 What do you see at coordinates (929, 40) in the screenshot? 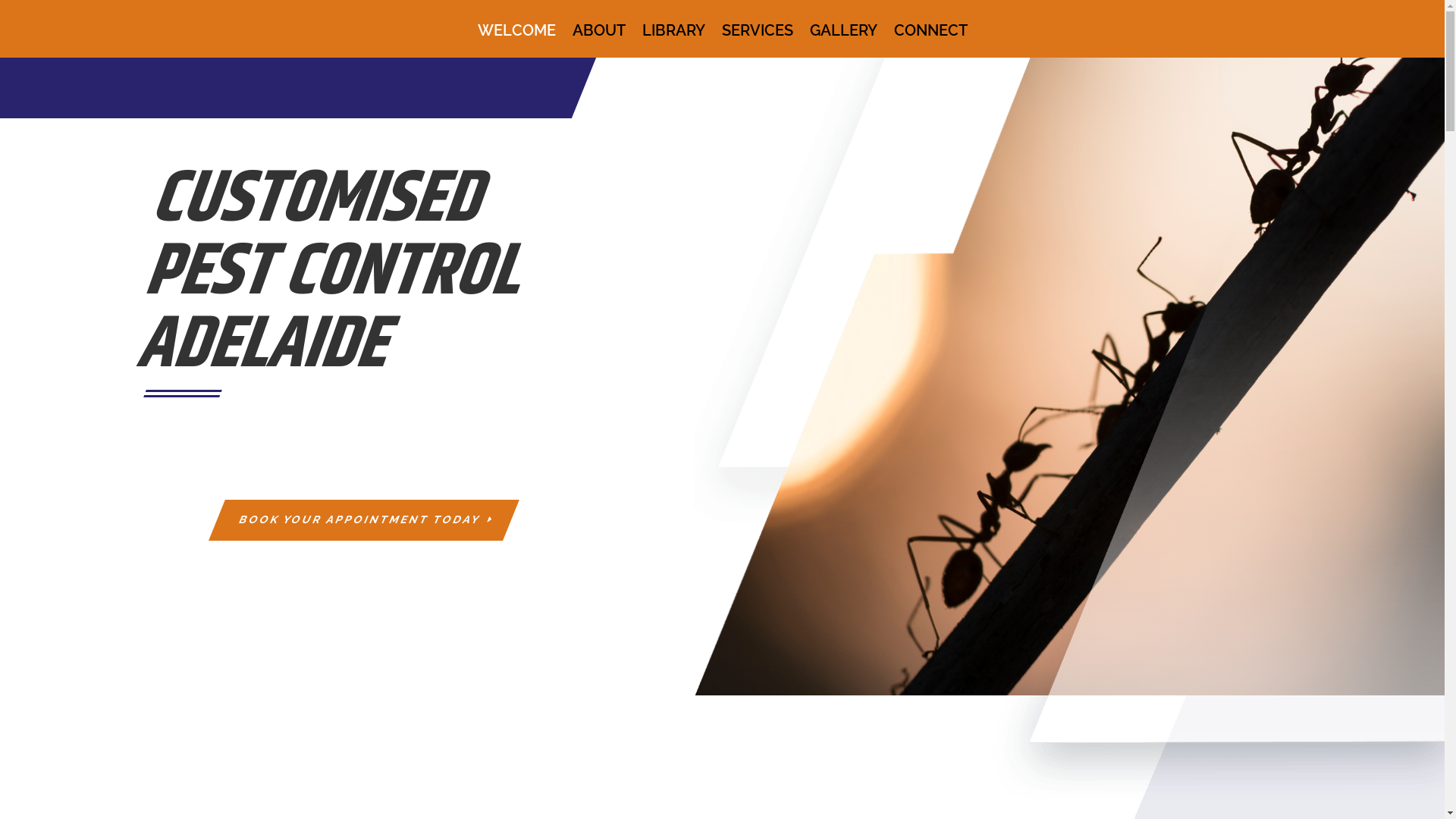
I see `'CONNECT'` at bounding box center [929, 40].